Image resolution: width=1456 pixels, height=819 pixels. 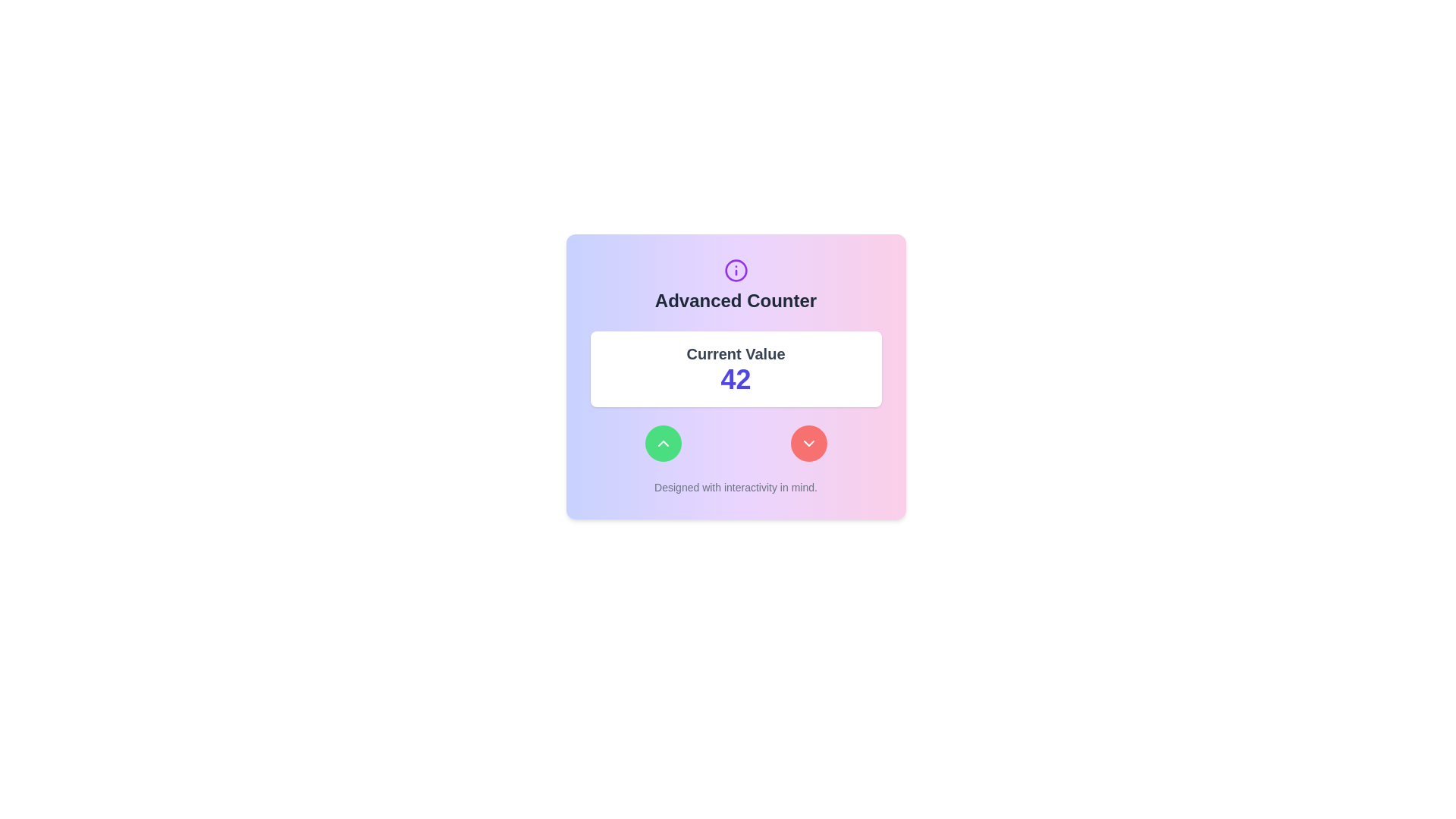 What do you see at coordinates (663, 444) in the screenshot?
I see `the circular green button with a white upward arrow` at bounding box center [663, 444].